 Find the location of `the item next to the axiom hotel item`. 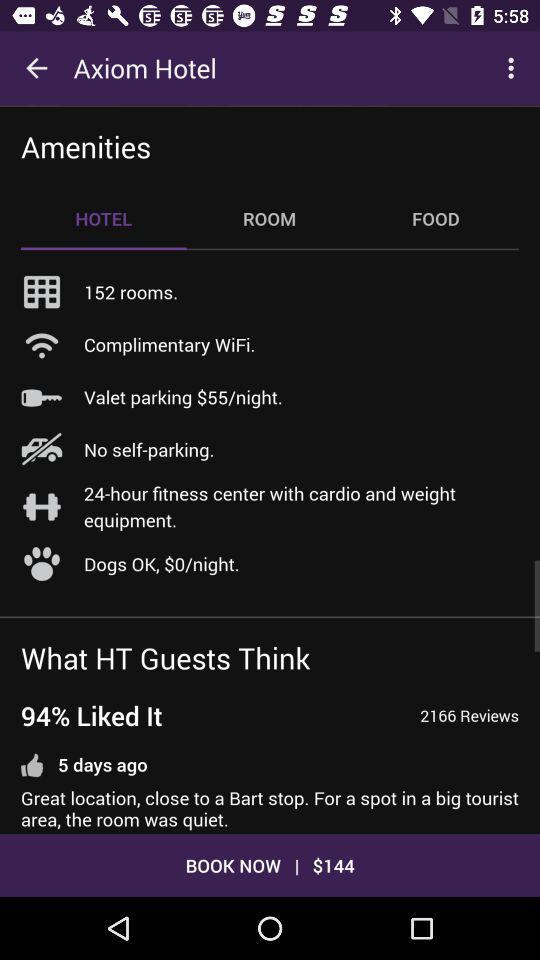

the item next to the axiom hotel item is located at coordinates (36, 68).